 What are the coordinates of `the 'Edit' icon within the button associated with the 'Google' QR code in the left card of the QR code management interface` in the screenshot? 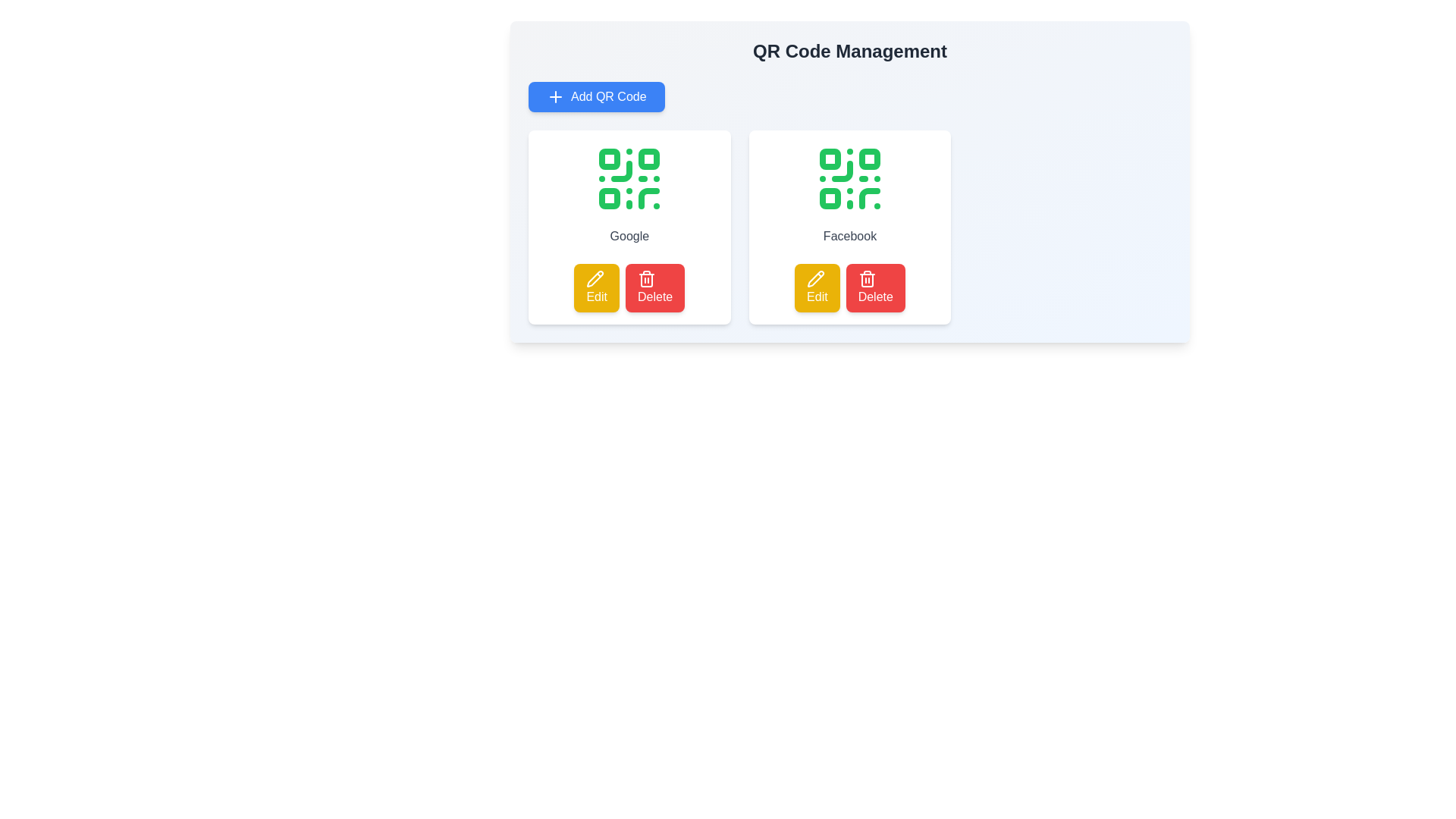 It's located at (595, 278).